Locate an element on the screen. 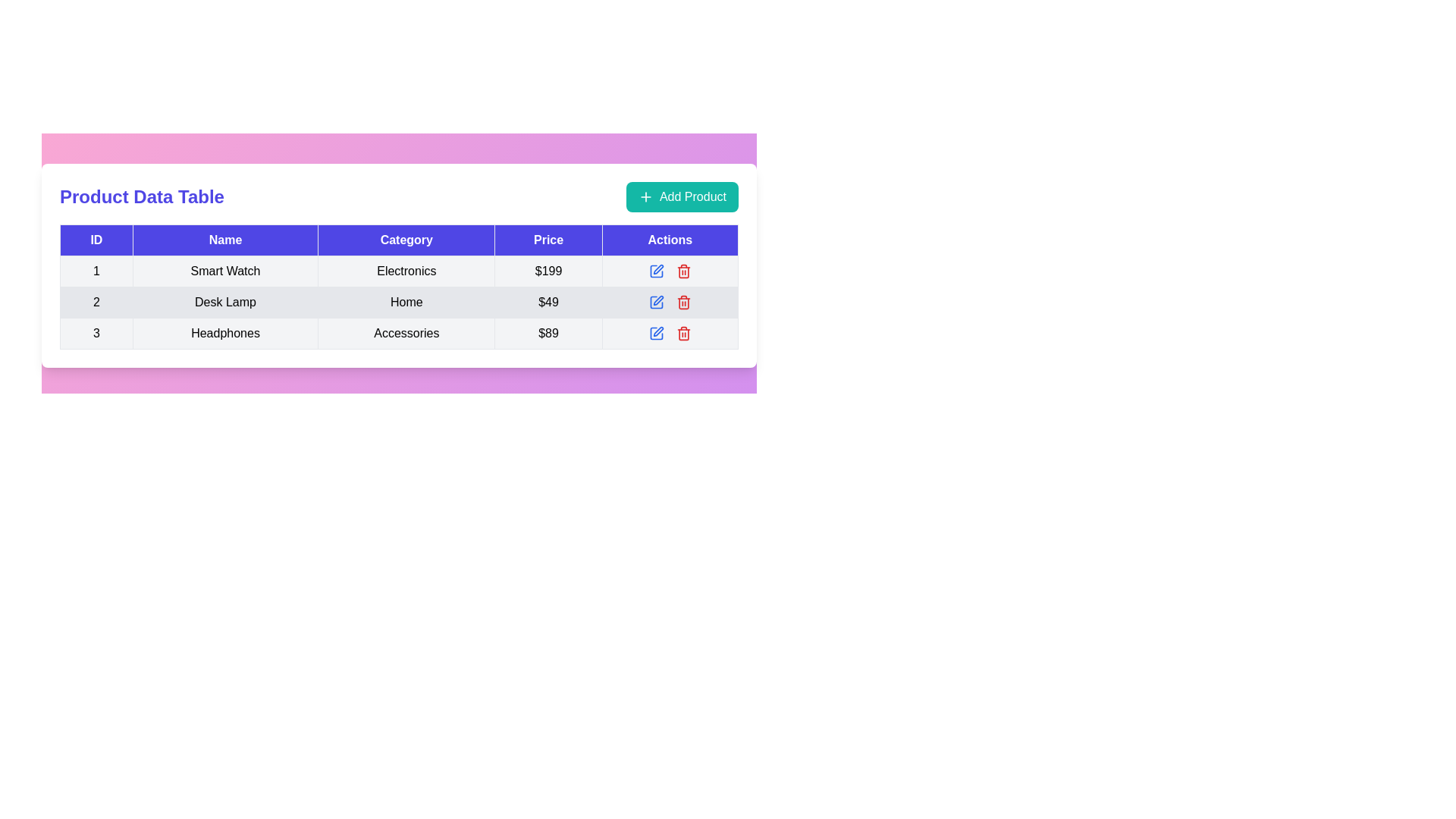 This screenshot has height=819, width=1456. the cell of the third row in the data table representing the product entry for 'Headphones' to highlight it is located at coordinates (399, 332).